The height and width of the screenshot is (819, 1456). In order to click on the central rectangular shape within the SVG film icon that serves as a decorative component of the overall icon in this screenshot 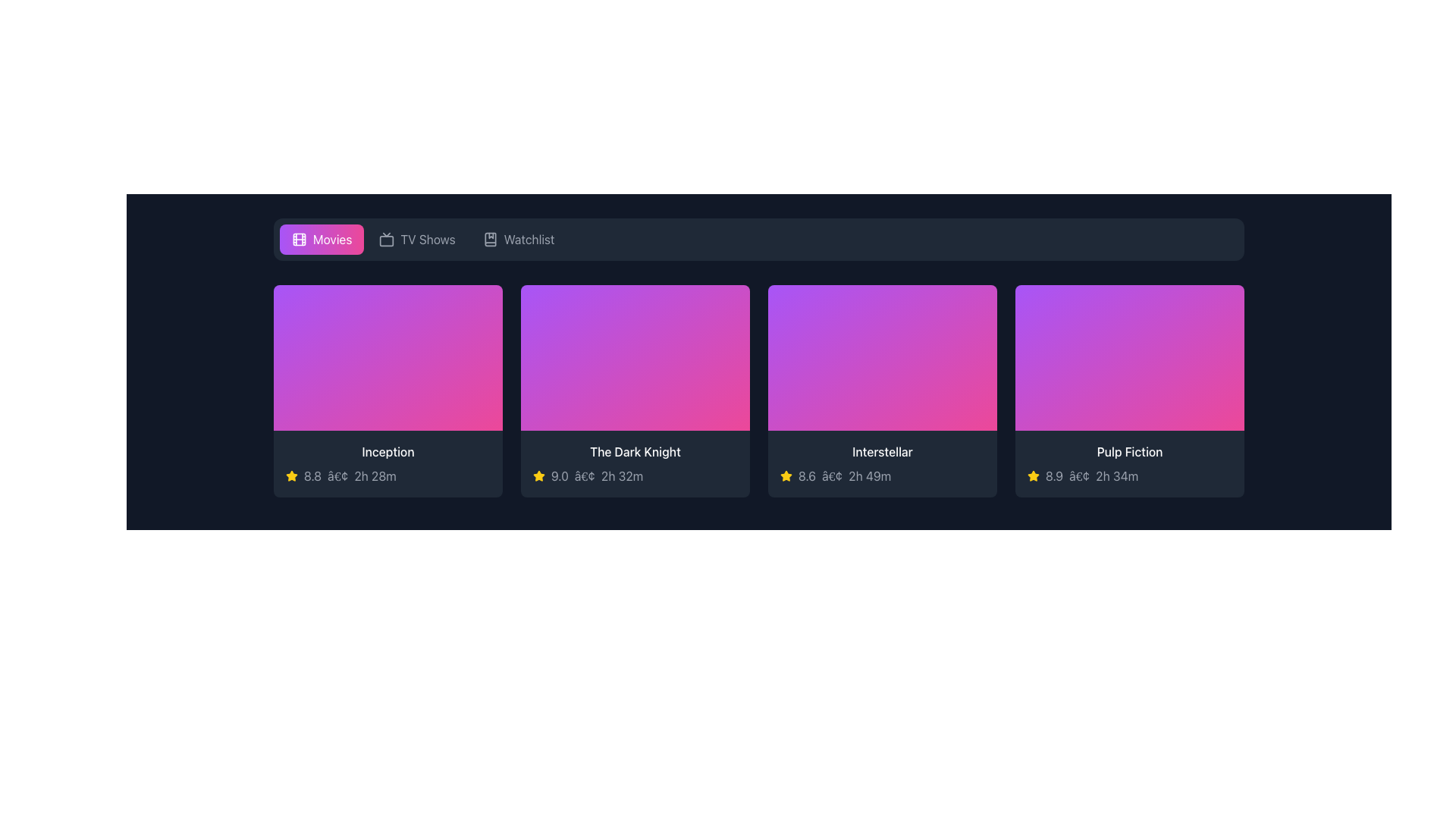, I will do `click(299, 239)`.